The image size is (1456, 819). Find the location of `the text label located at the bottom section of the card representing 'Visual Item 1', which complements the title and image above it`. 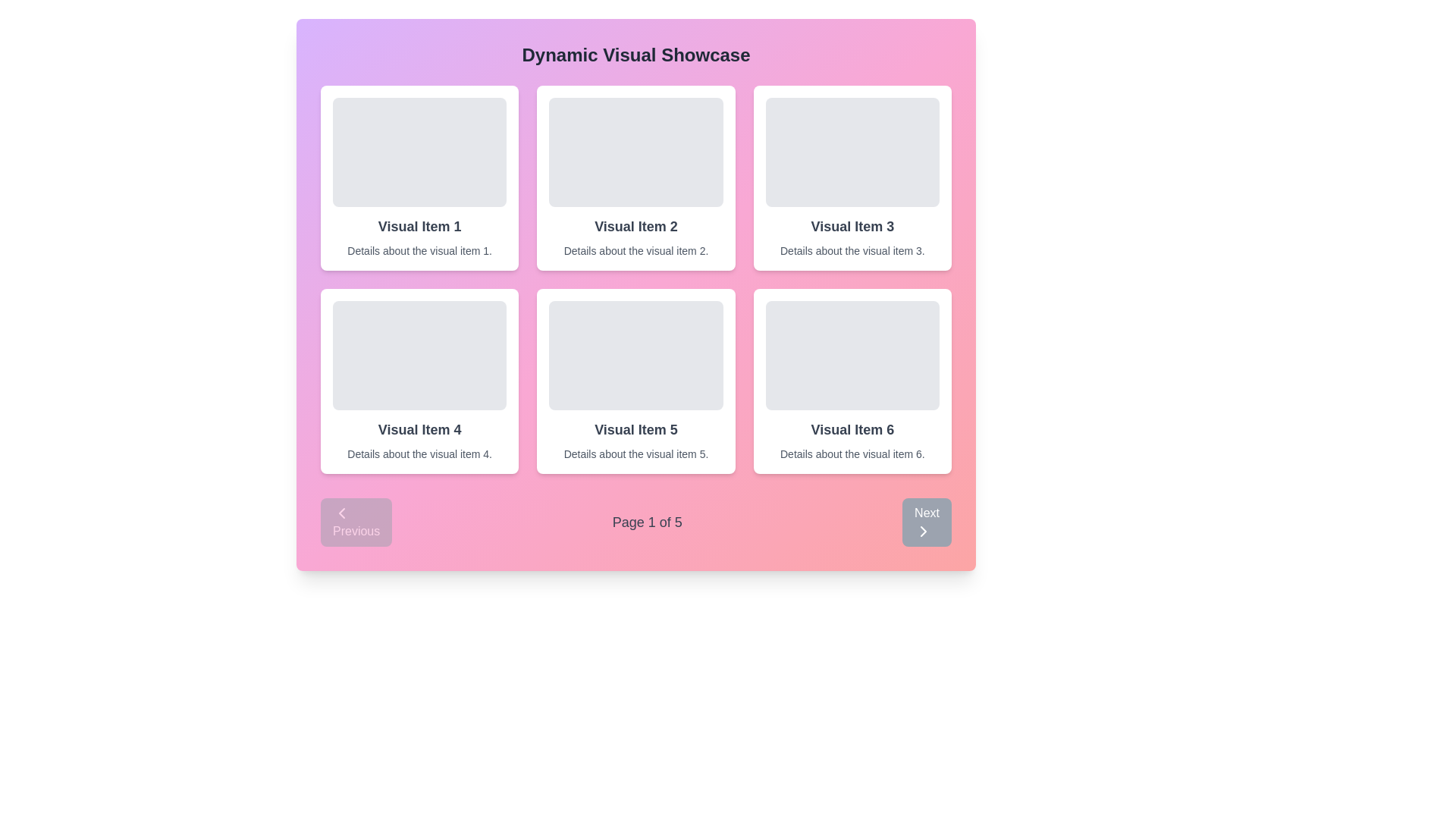

the text label located at the bottom section of the card representing 'Visual Item 1', which complements the title and image above it is located at coordinates (419, 250).